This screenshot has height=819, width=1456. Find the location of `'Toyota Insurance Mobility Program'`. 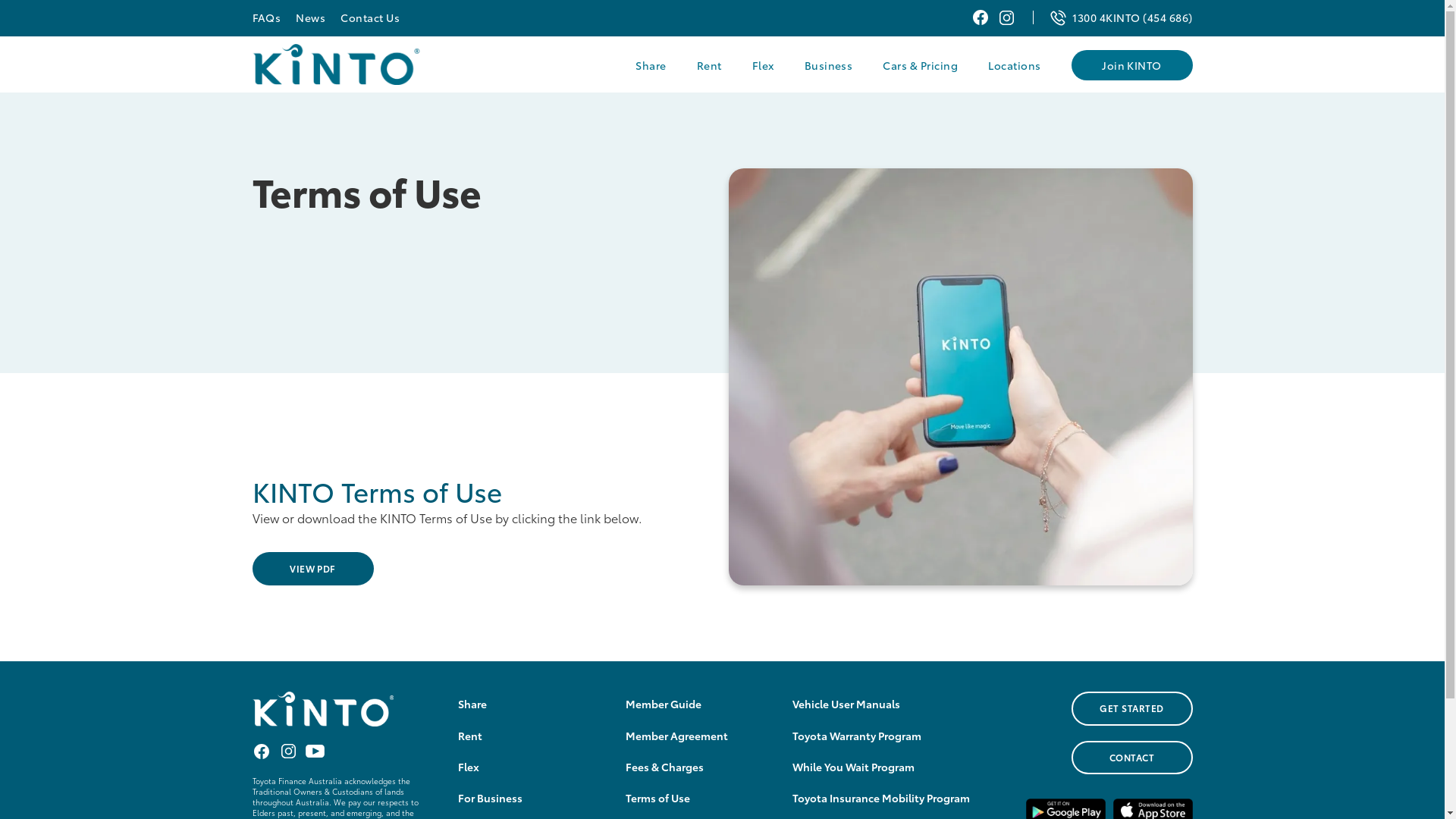

'Toyota Insurance Mobility Program' is located at coordinates (880, 797).